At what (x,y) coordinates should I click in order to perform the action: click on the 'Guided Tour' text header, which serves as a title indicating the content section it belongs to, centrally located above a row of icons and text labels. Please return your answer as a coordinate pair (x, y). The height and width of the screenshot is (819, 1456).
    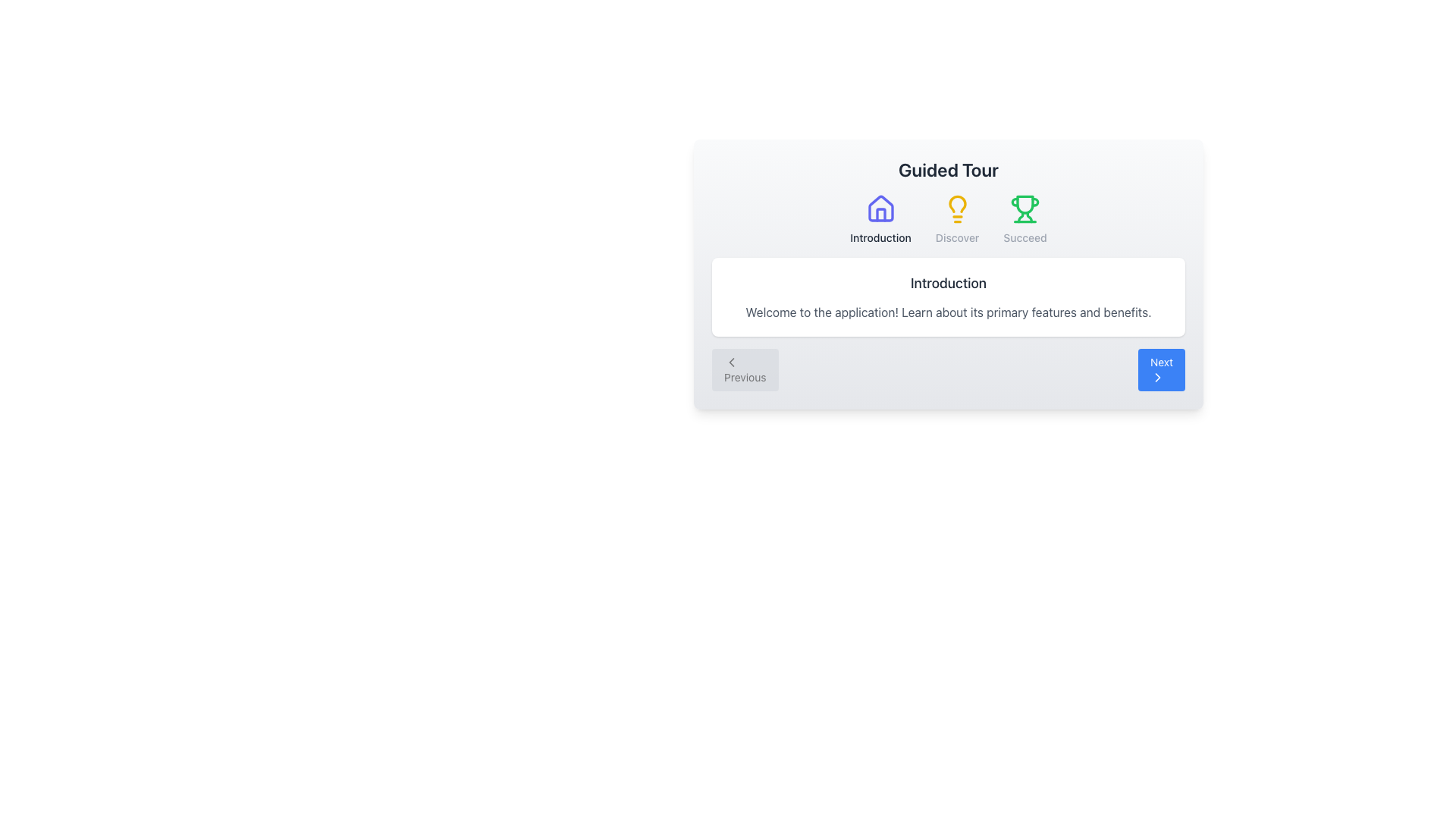
    Looking at the image, I should click on (948, 169).